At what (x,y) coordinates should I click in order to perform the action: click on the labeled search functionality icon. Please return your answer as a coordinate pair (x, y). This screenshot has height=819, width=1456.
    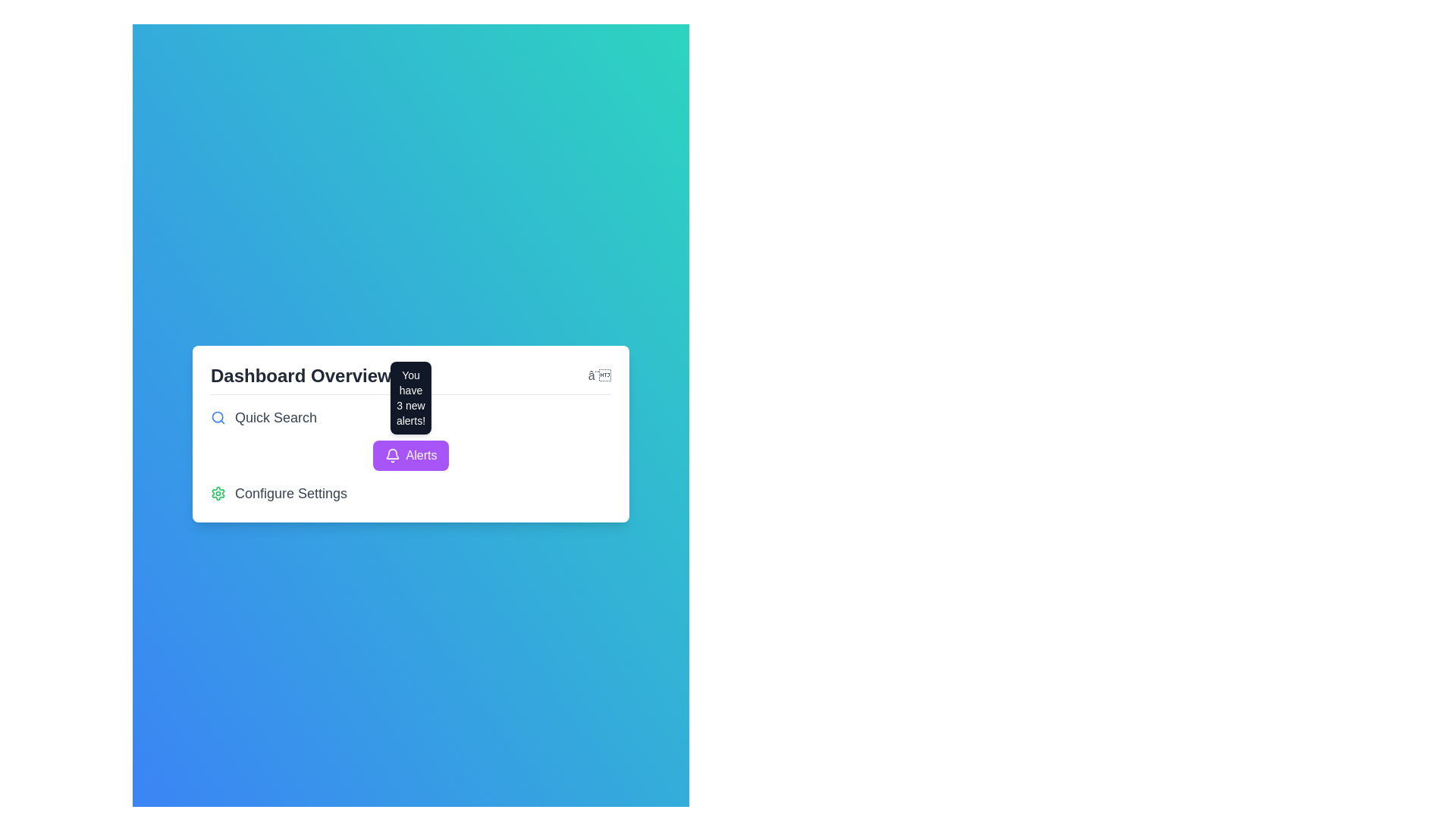
    Looking at the image, I should click on (411, 417).